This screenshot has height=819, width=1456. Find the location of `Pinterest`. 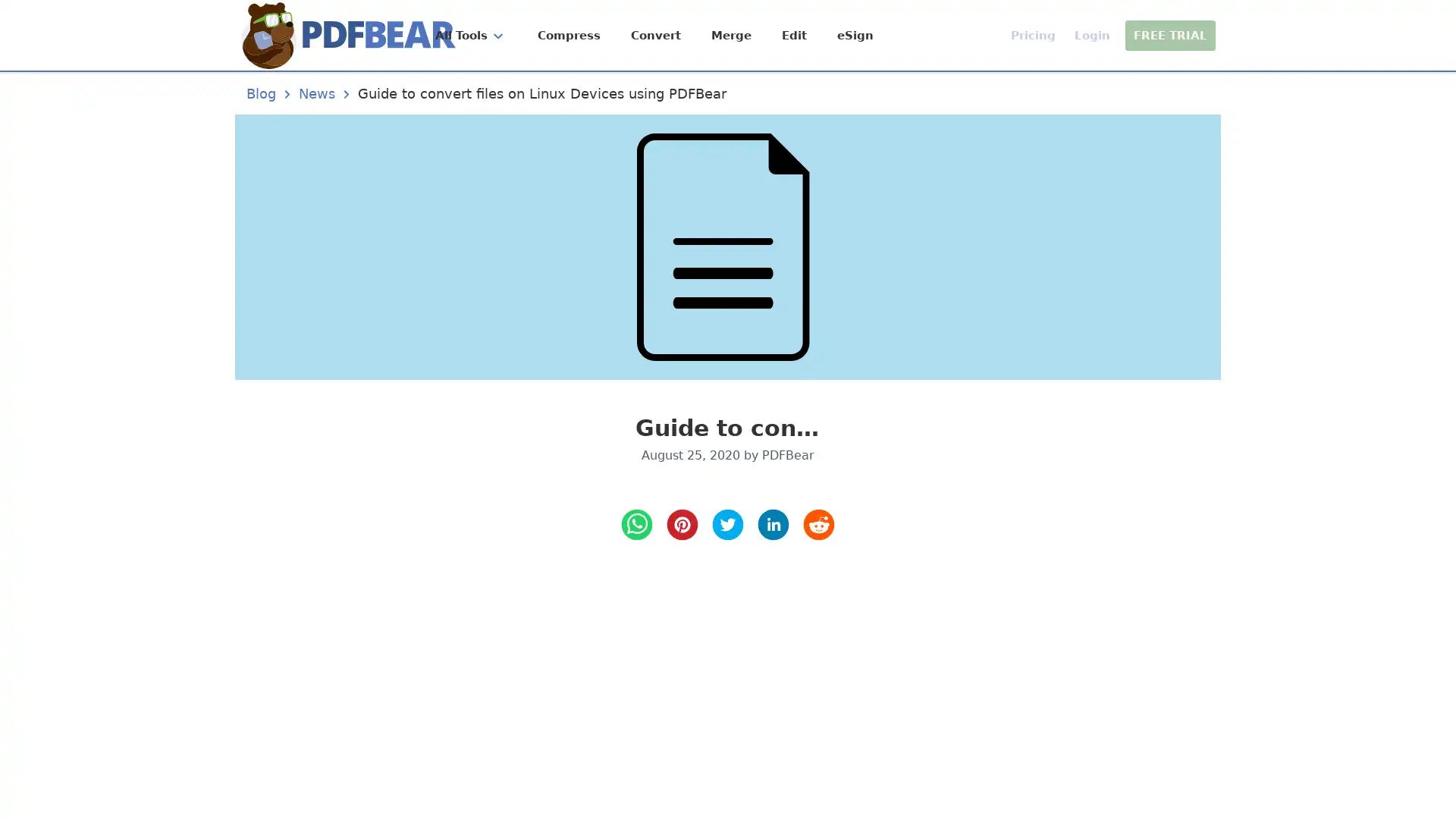

Pinterest is located at coordinates (682, 523).